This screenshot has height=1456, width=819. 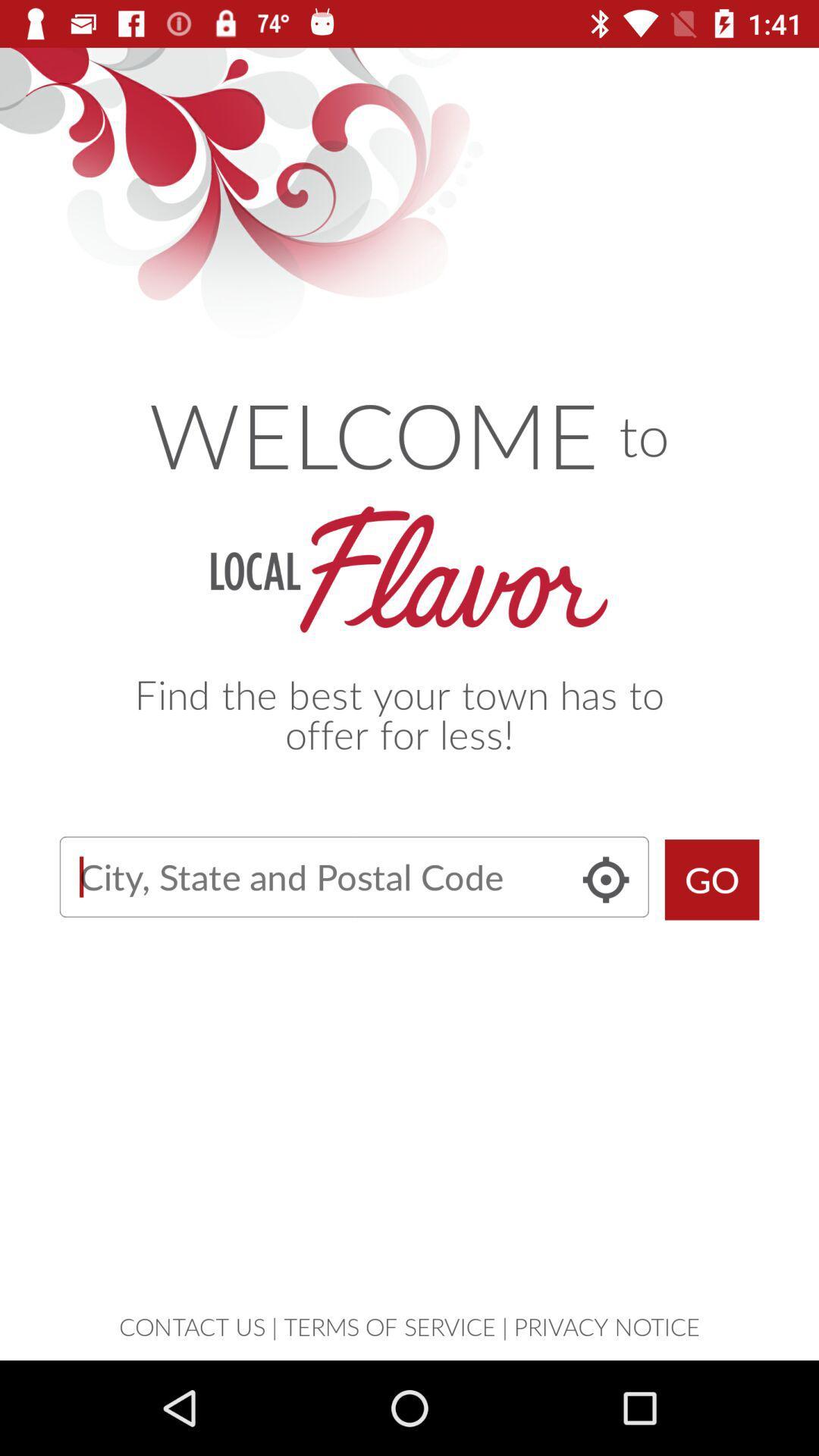 What do you see at coordinates (354, 877) in the screenshot?
I see `letter typing` at bounding box center [354, 877].